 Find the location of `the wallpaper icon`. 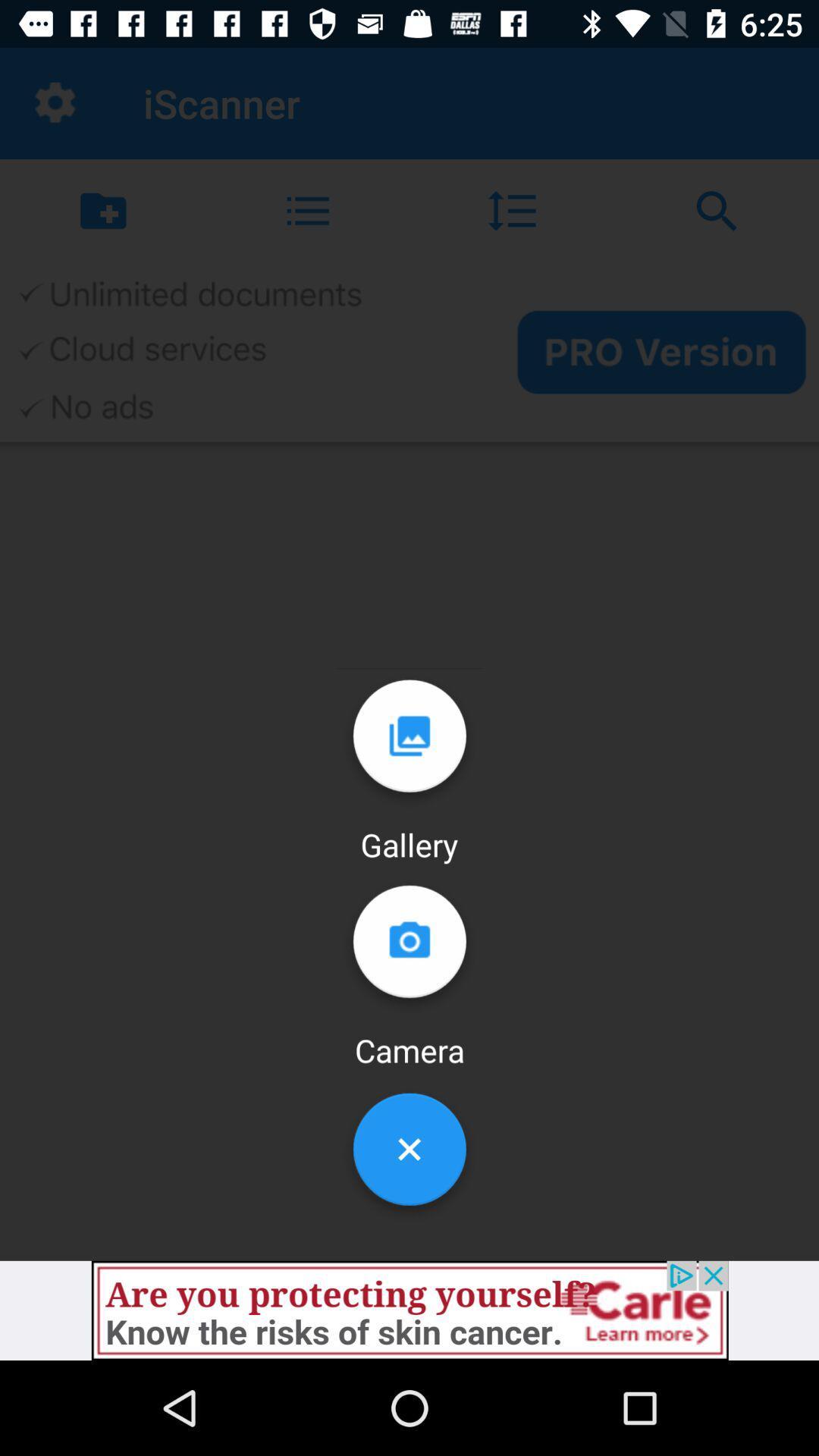

the wallpaper icon is located at coordinates (409, 742).